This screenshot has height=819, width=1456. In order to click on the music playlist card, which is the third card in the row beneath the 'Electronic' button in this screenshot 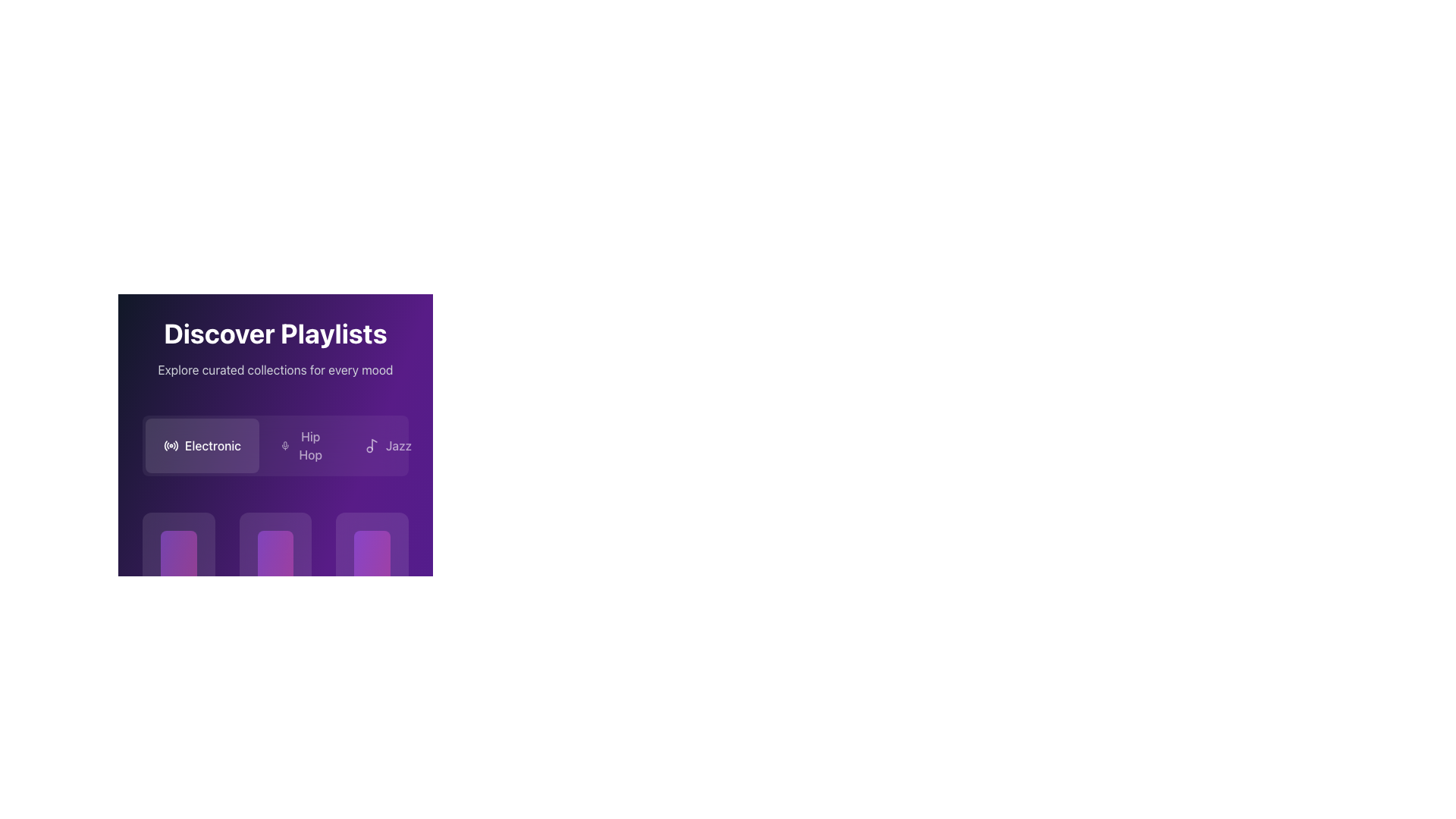, I will do `click(275, 602)`.